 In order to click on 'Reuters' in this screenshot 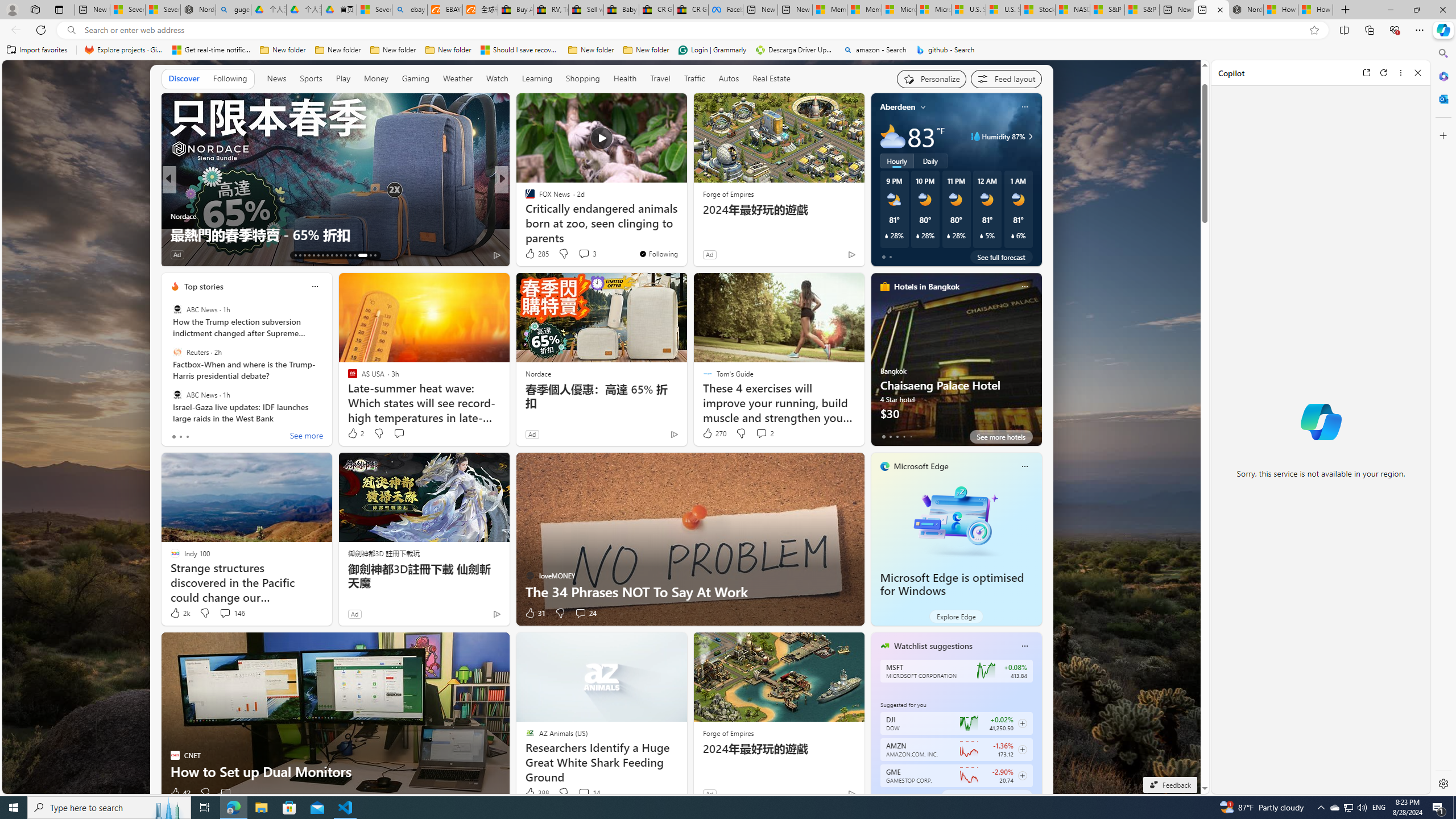, I will do `click(176, 351)`.